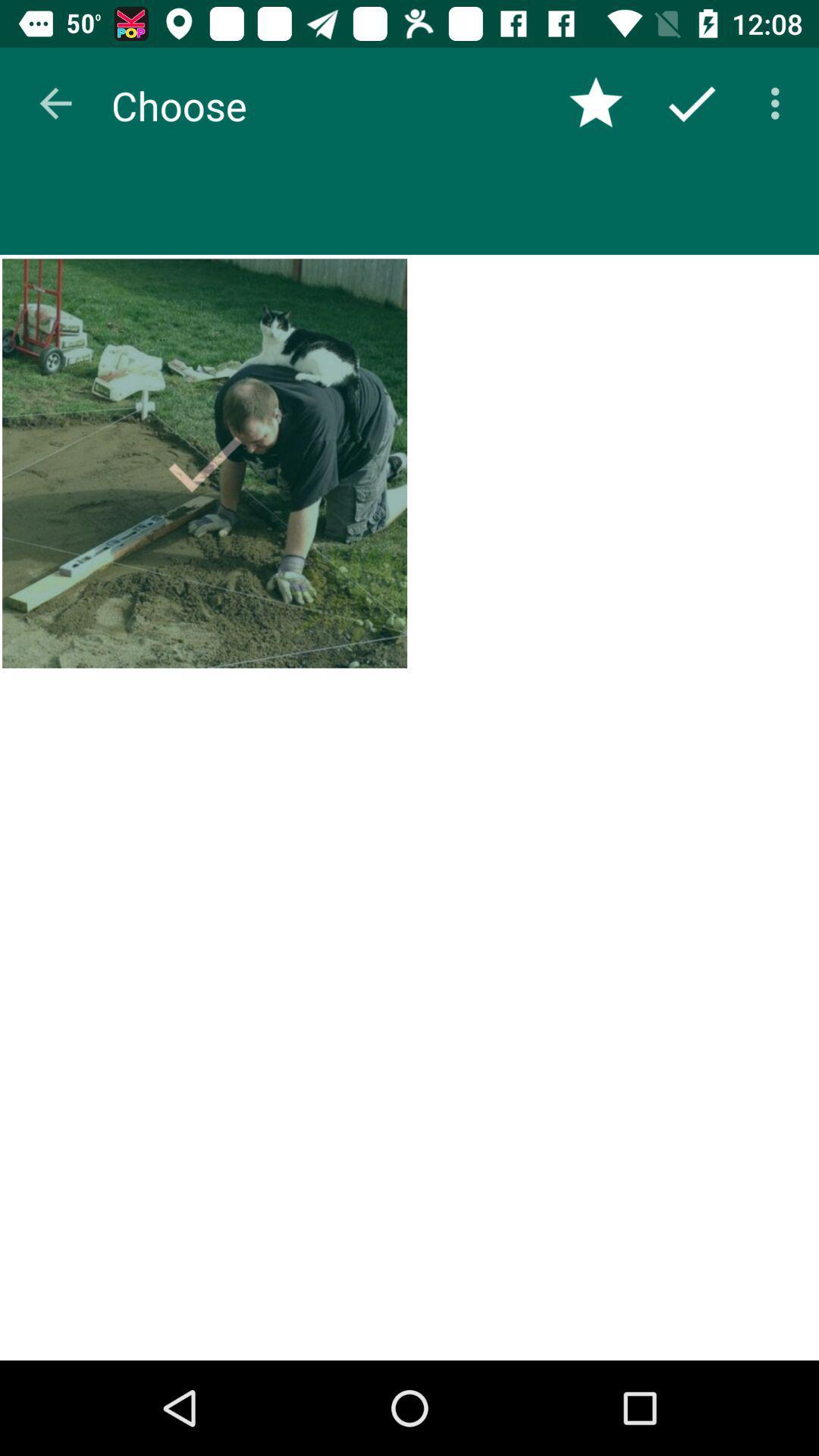 The height and width of the screenshot is (1456, 819). What do you see at coordinates (55, 102) in the screenshot?
I see `the icon next to choose` at bounding box center [55, 102].